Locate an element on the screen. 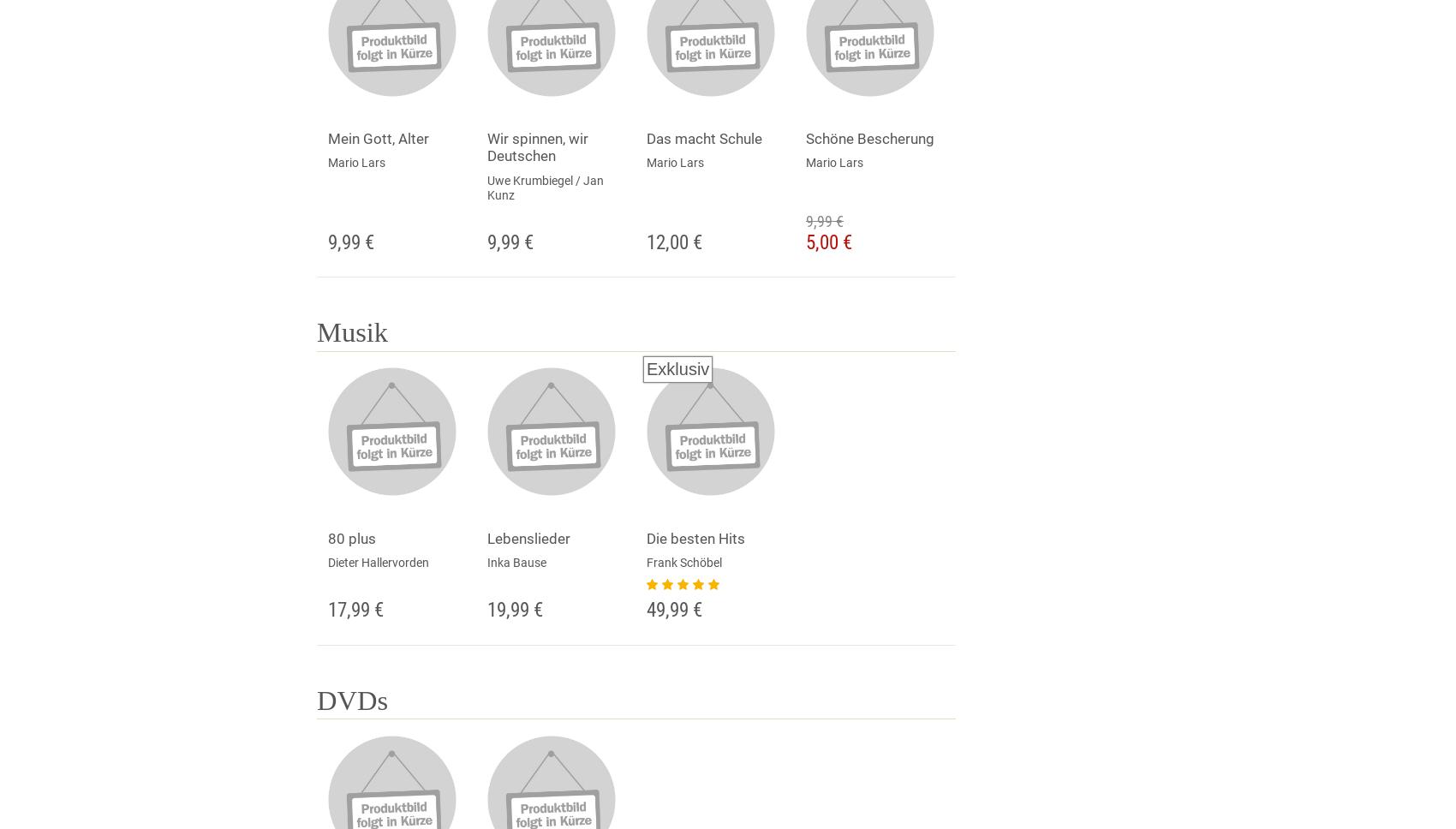 The image size is (1456, 829). 'Das macht Schule' is located at coordinates (703, 139).